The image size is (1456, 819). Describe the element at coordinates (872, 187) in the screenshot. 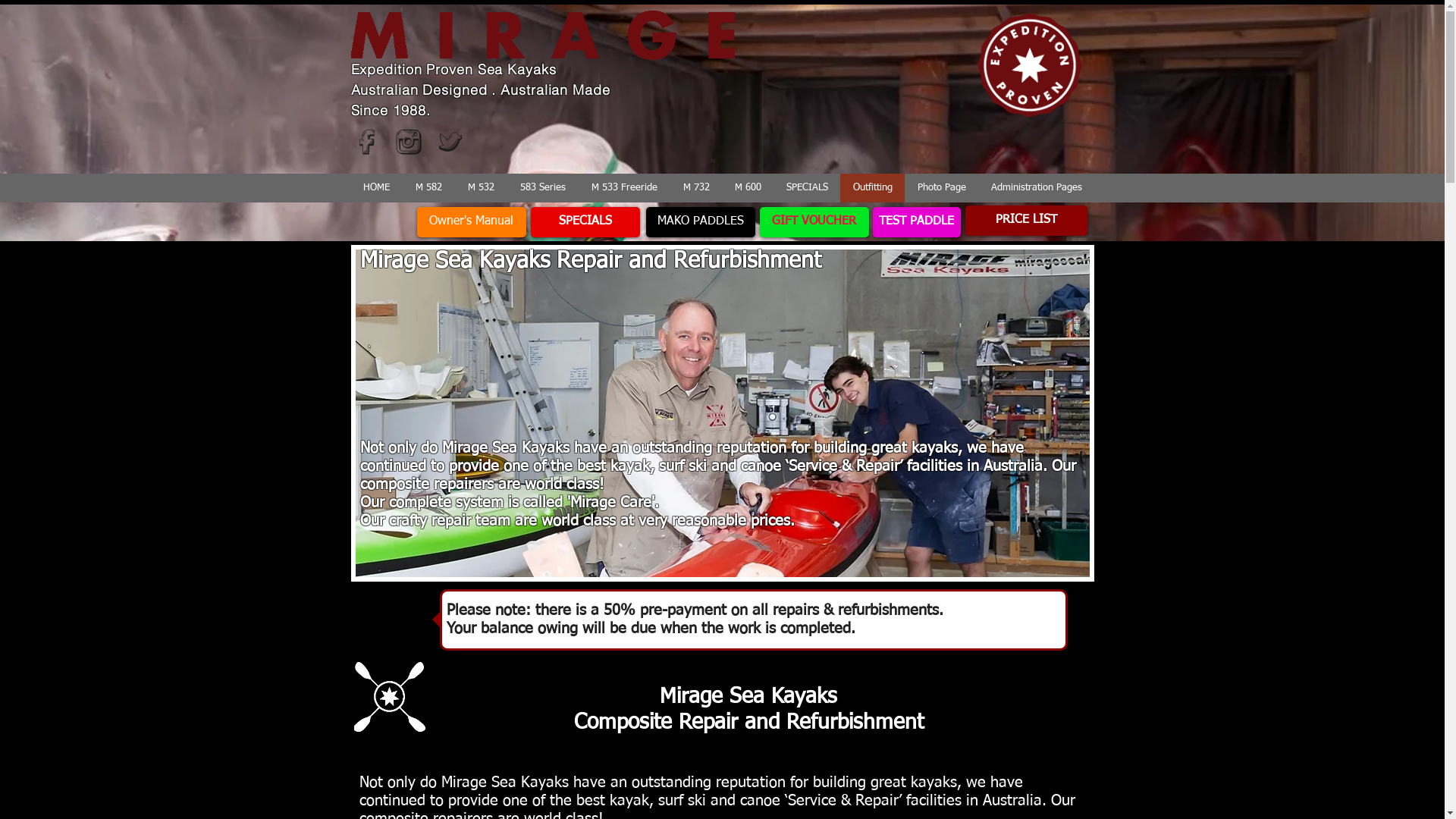

I see `'Outfitting'` at that location.